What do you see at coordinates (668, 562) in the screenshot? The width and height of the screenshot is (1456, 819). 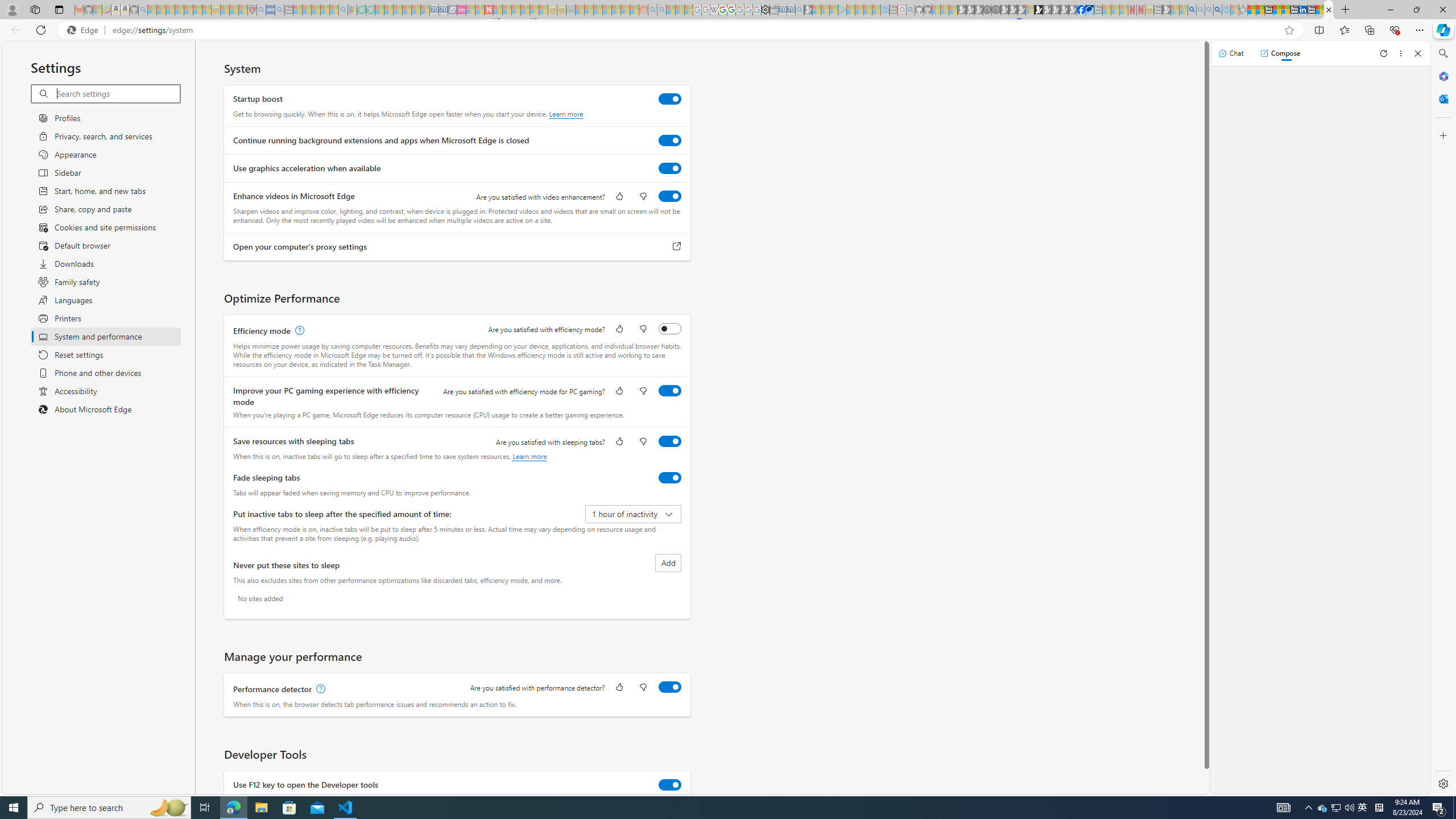 I see `'Add site to never put these sites to sleep list'` at bounding box center [668, 562].